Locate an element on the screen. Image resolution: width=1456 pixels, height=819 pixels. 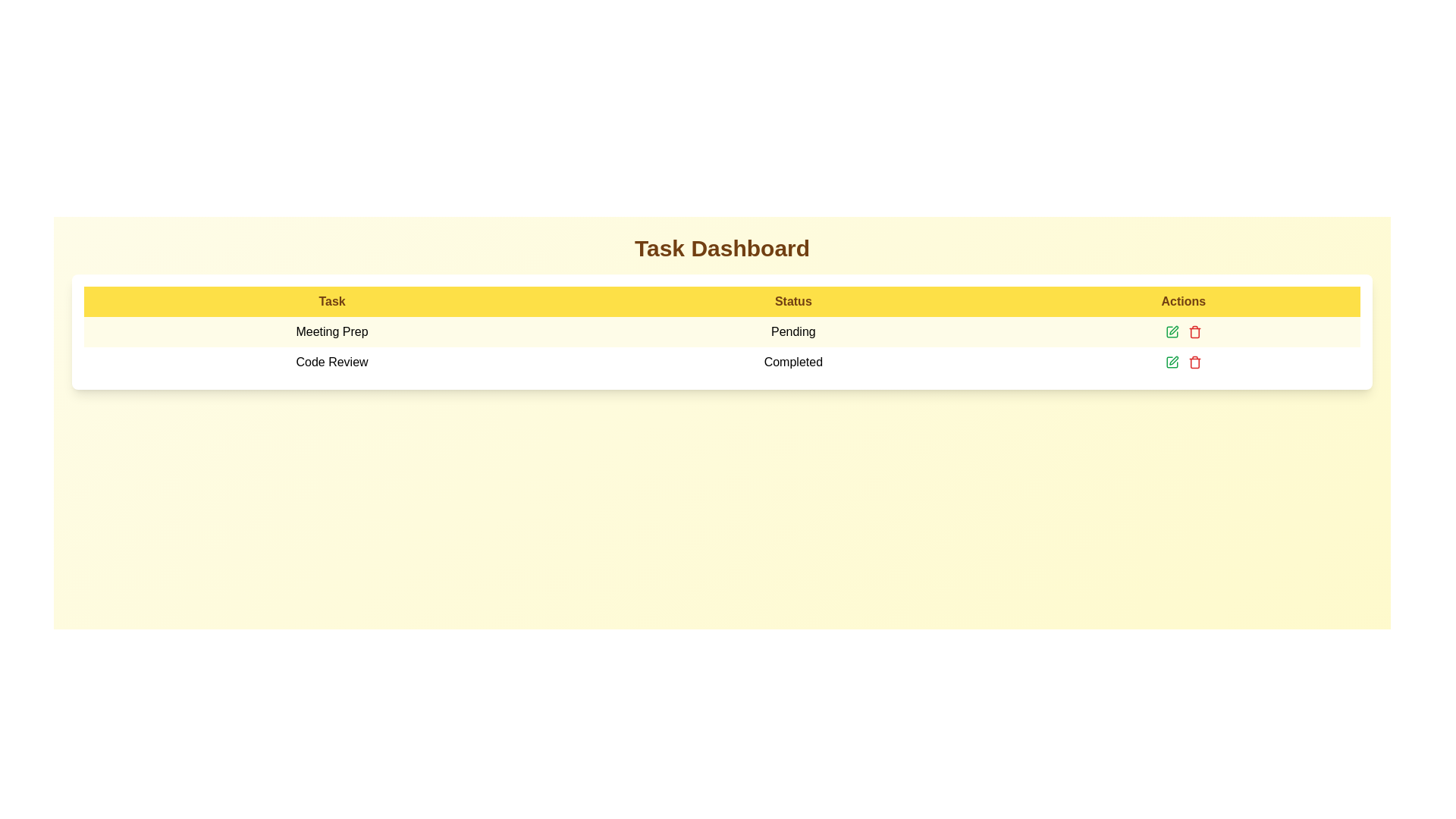
the trash can icon in the Interactive control group within the 'Actions' column of the task management interface is located at coordinates (1182, 331).